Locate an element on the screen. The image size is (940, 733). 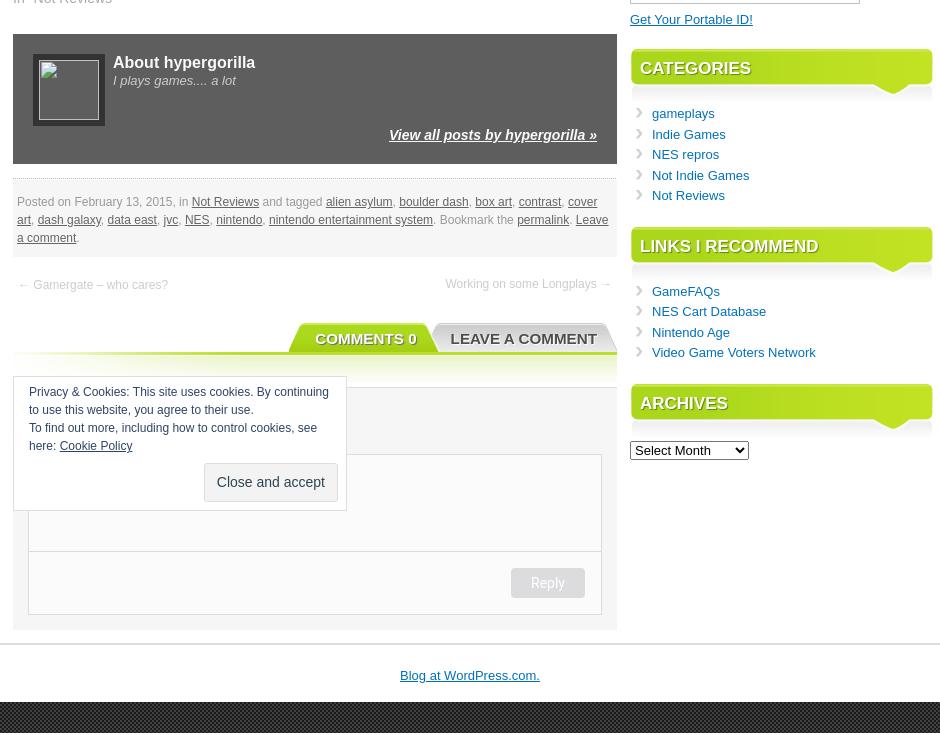
'Not Indie Games' is located at coordinates (699, 173).